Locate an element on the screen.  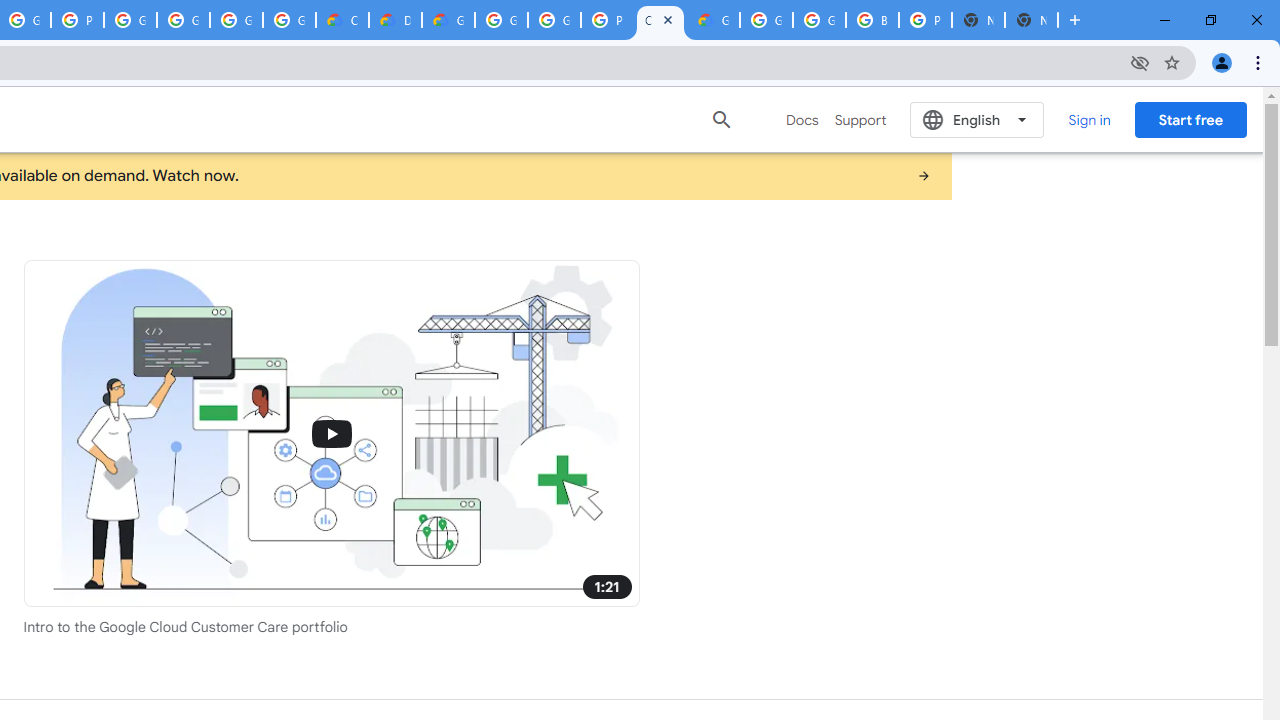
'Support illustration' is located at coordinates (331, 432).